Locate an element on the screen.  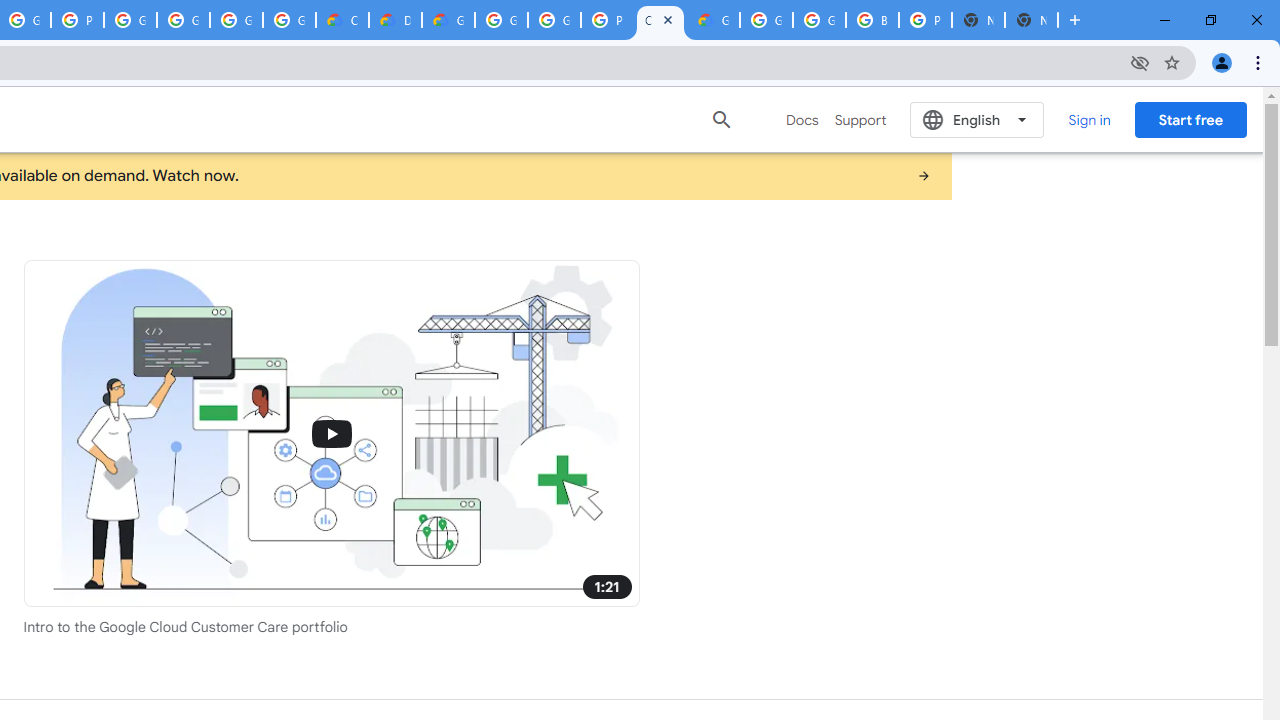
'Support illustration' is located at coordinates (331, 432).